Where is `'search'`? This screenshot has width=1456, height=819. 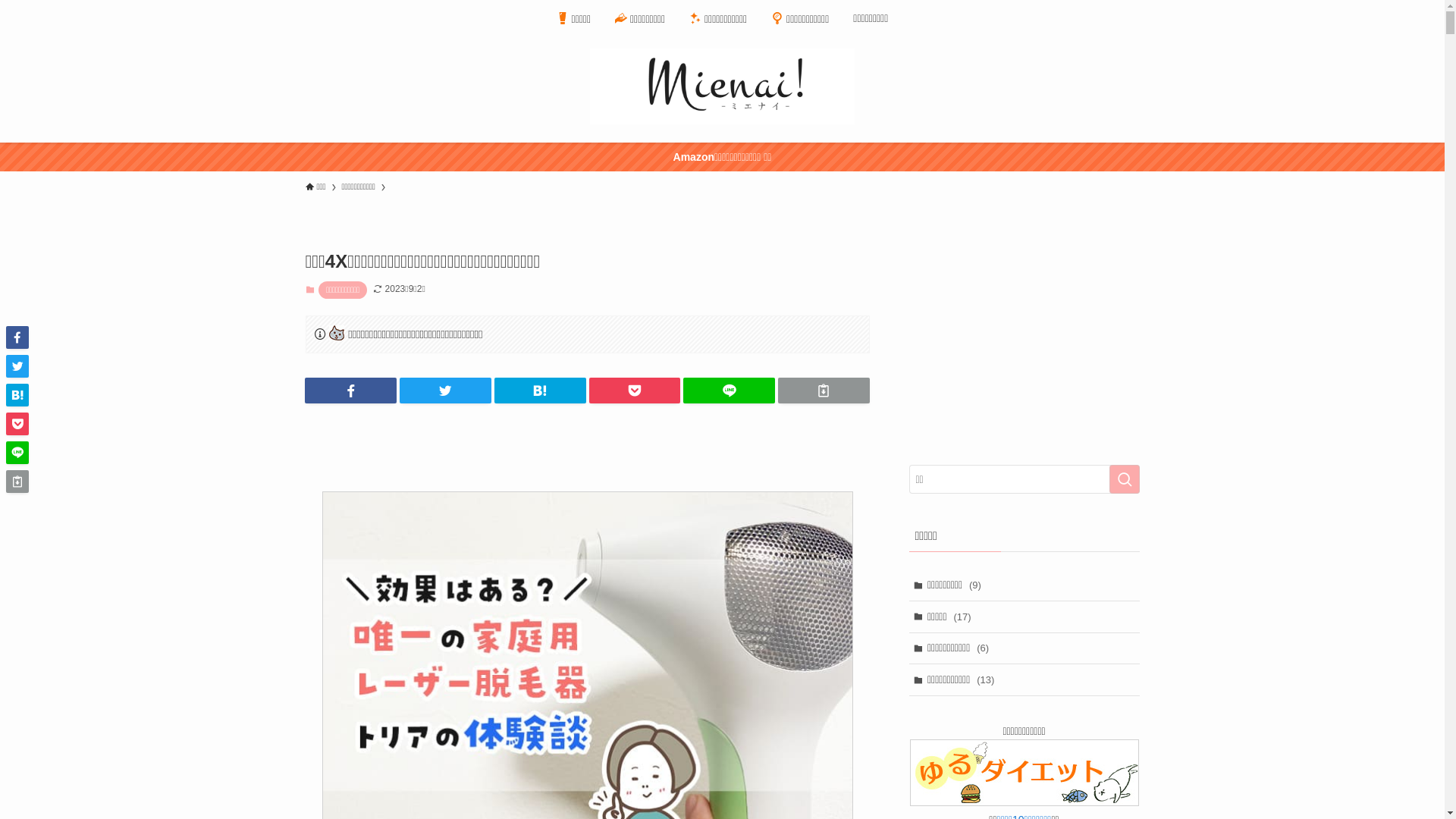
'search' is located at coordinates (921, 421).